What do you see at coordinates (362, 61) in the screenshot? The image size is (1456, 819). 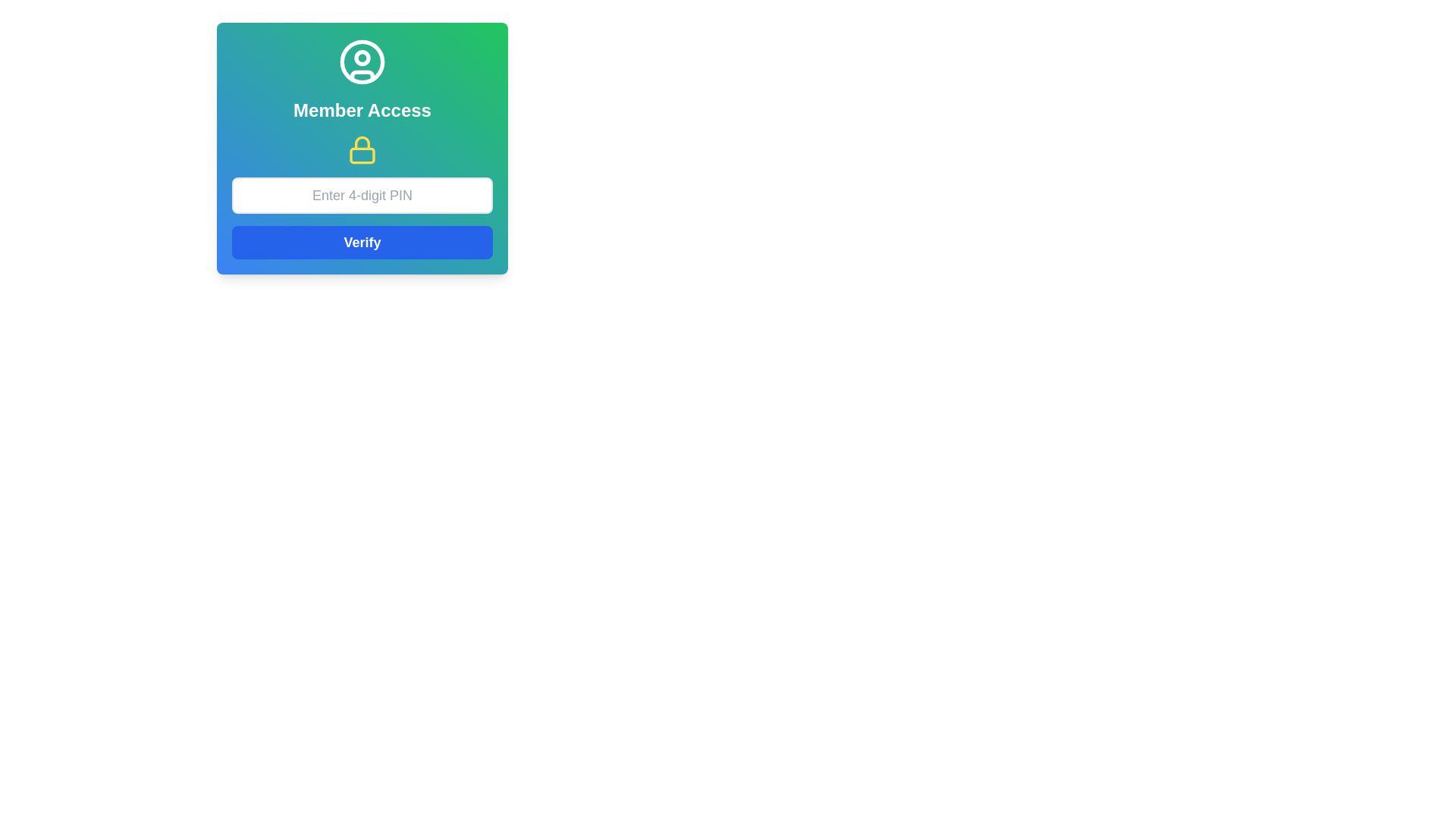 I see `the decorative circle icon located at the top of the card, above the 'Member Access' title, which is centrally aligned within the card` at bounding box center [362, 61].